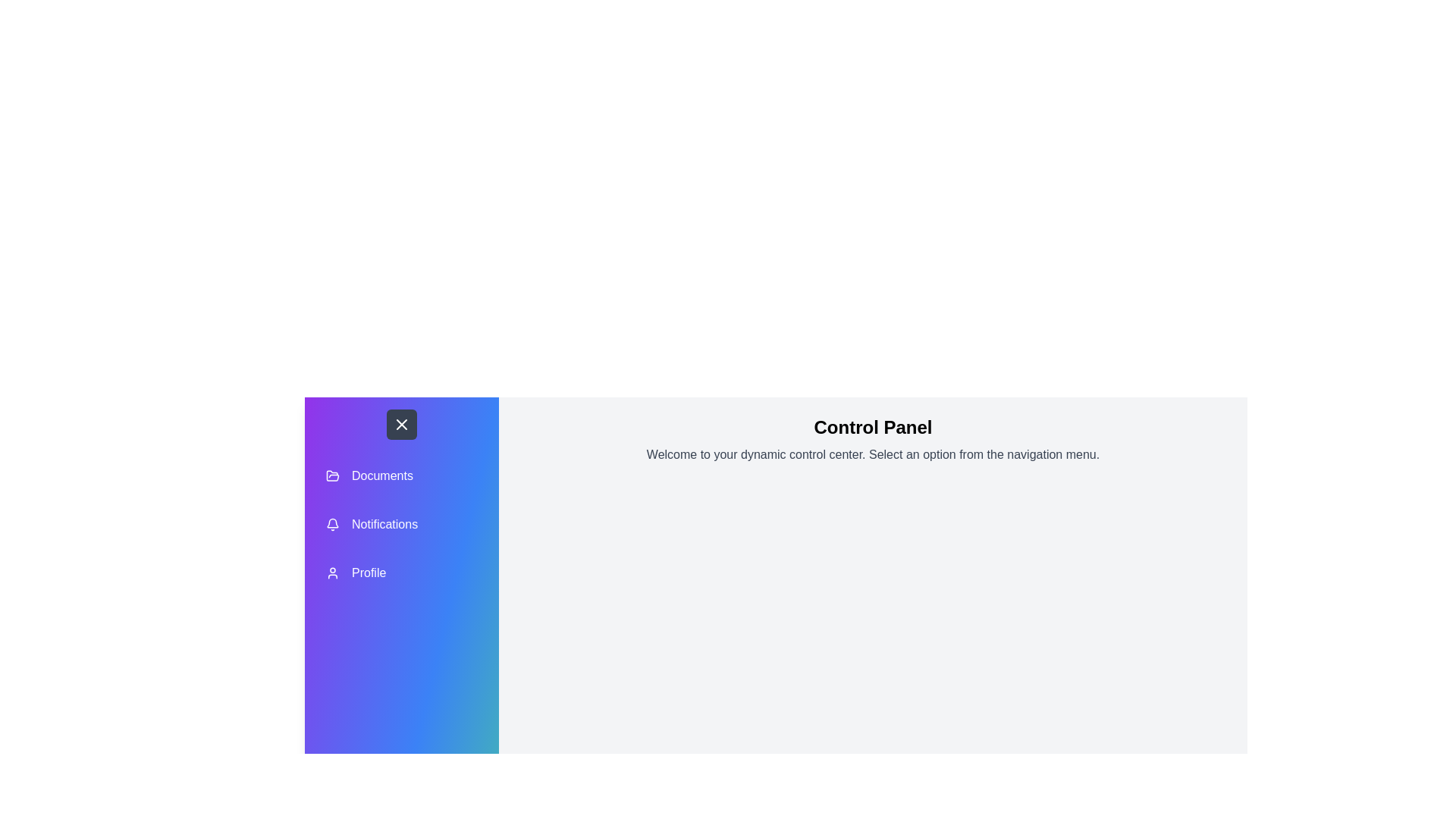 This screenshot has width=1456, height=819. What do you see at coordinates (401, 475) in the screenshot?
I see `the 'Documents' menu item in the sidebar` at bounding box center [401, 475].